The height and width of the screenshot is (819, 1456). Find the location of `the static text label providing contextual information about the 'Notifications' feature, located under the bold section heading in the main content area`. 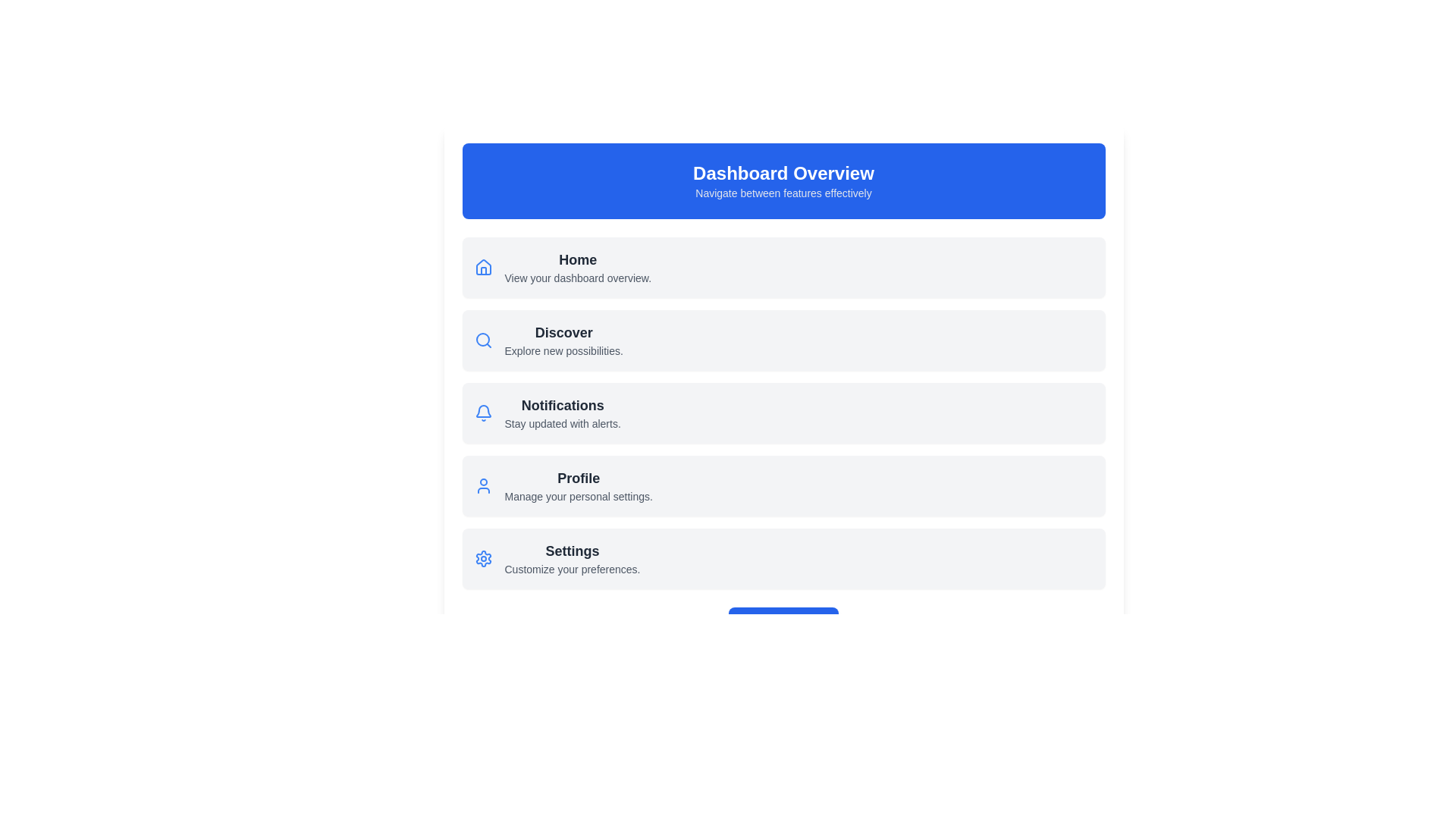

the static text label providing contextual information about the 'Notifications' feature, located under the bold section heading in the main content area is located at coordinates (562, 424).